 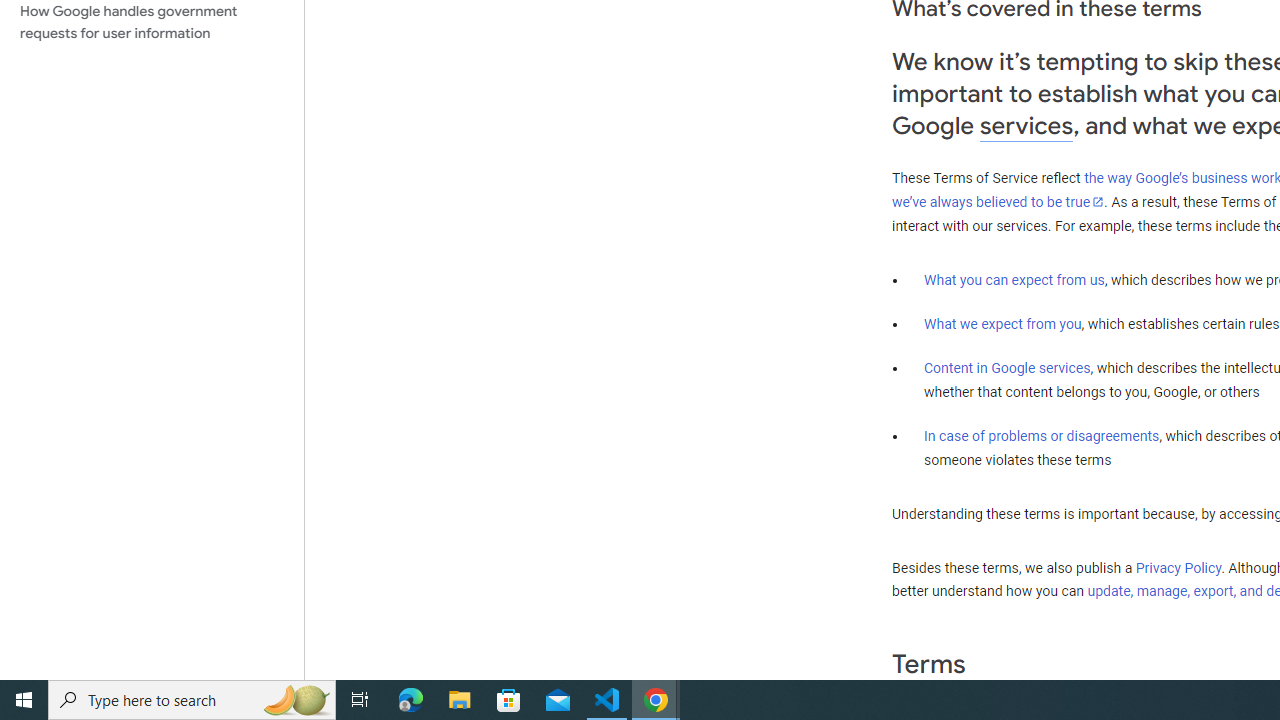 I want to click on 'Content in Google services', so click(x=1007, y=368).